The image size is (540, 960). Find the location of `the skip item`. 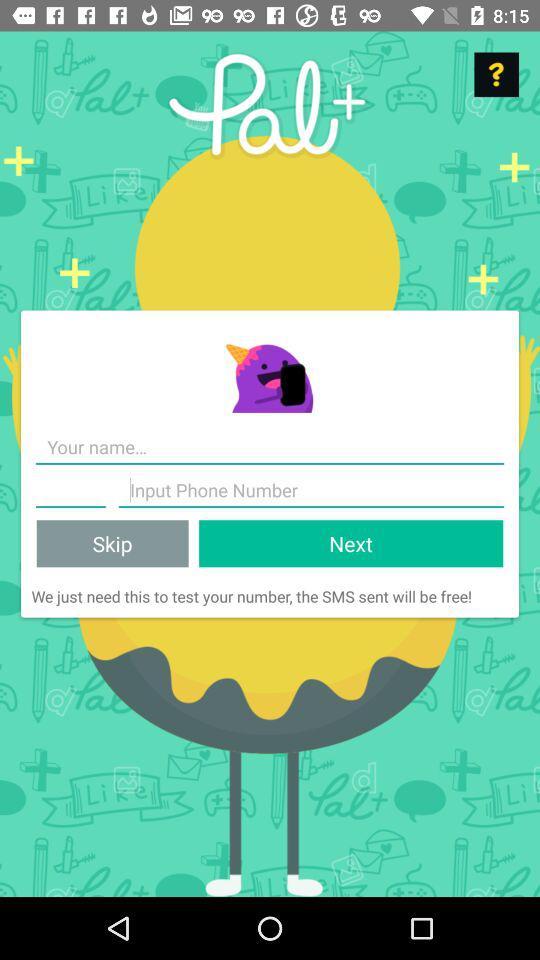

the skip item is located at coordinates (112, 543).